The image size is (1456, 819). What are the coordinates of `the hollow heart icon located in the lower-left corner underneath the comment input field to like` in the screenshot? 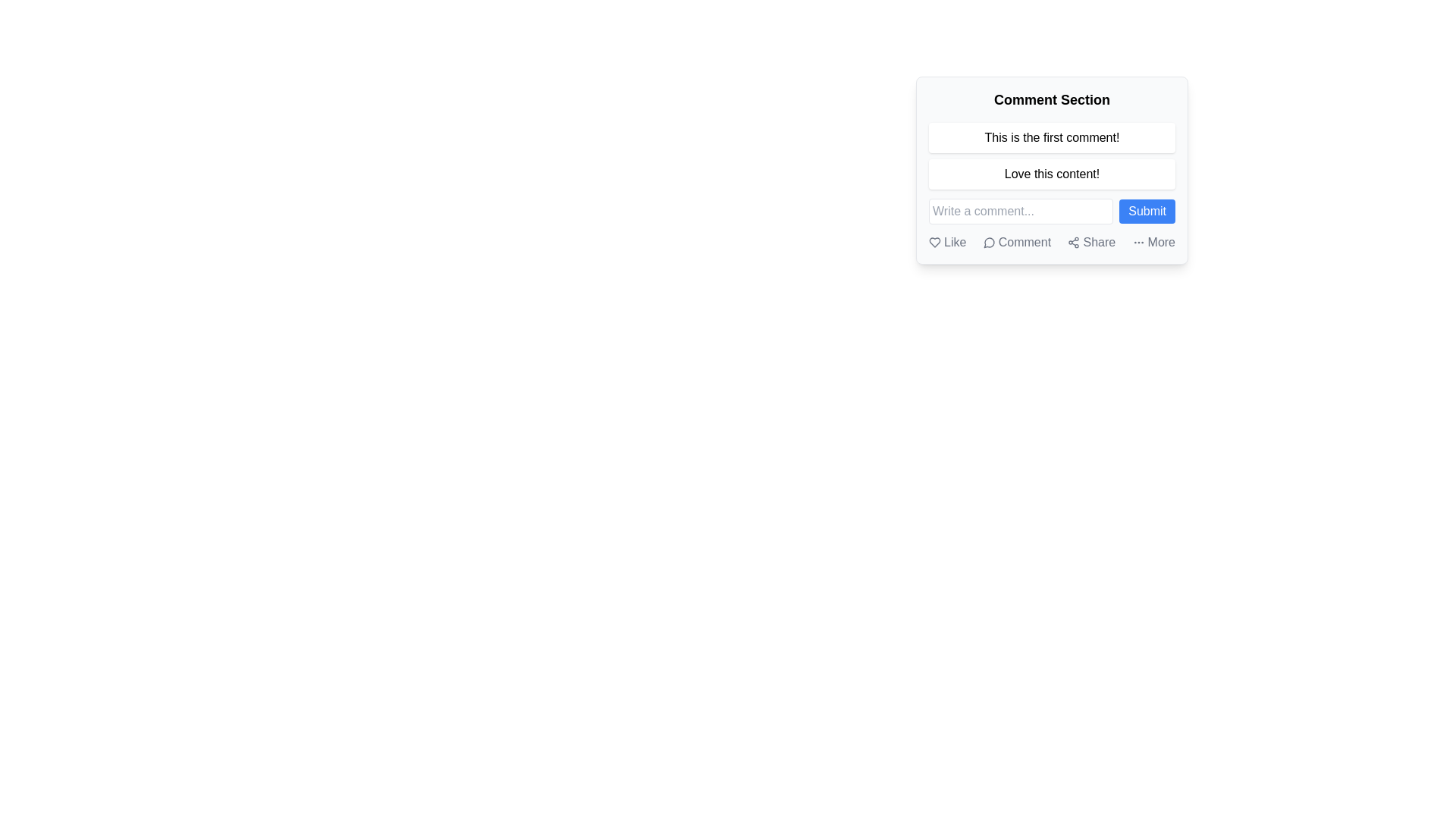 It's located at (934, 242).